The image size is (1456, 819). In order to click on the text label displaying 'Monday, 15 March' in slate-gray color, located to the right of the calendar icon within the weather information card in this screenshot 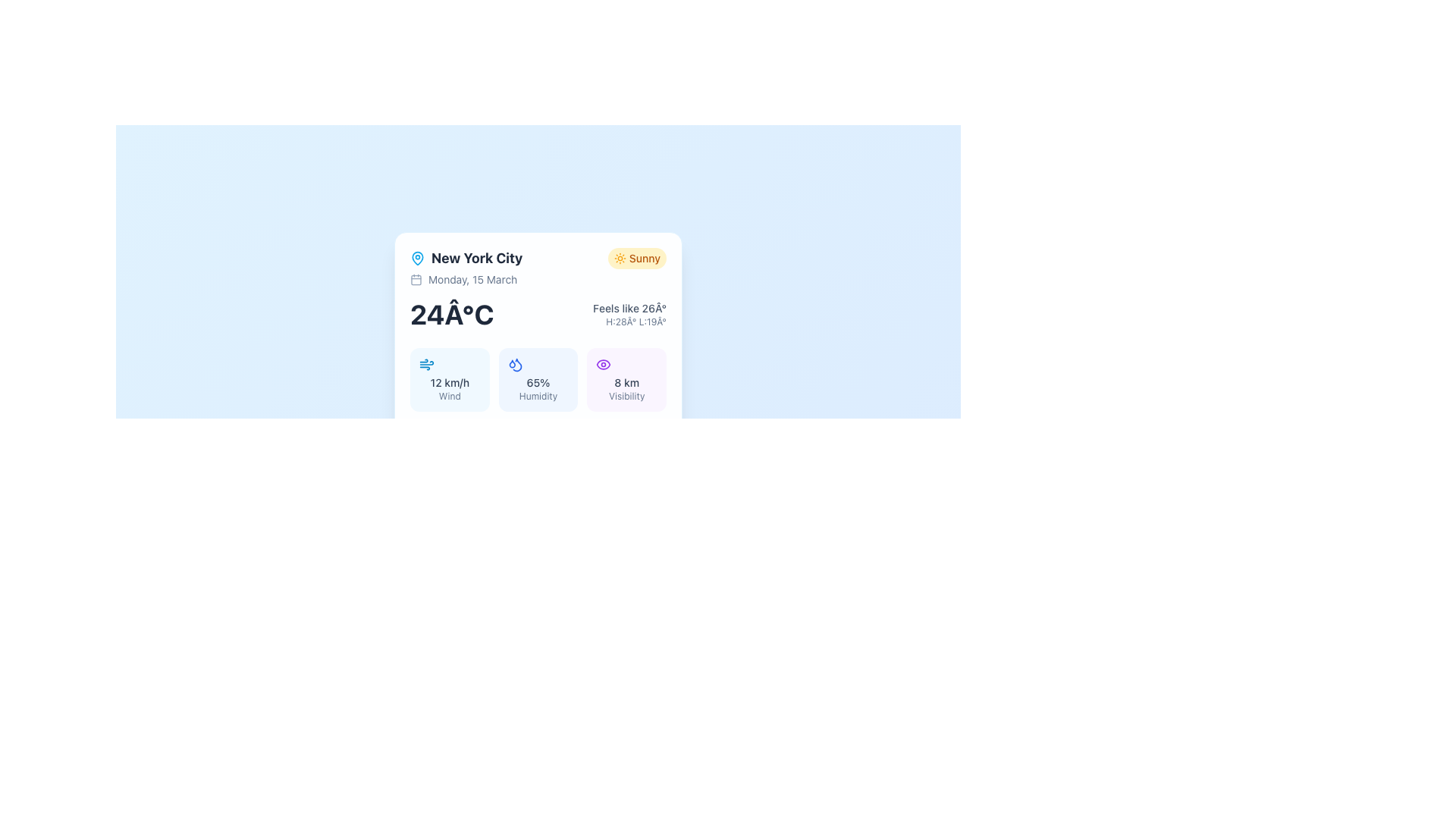, I will do `click(472, 280)`.